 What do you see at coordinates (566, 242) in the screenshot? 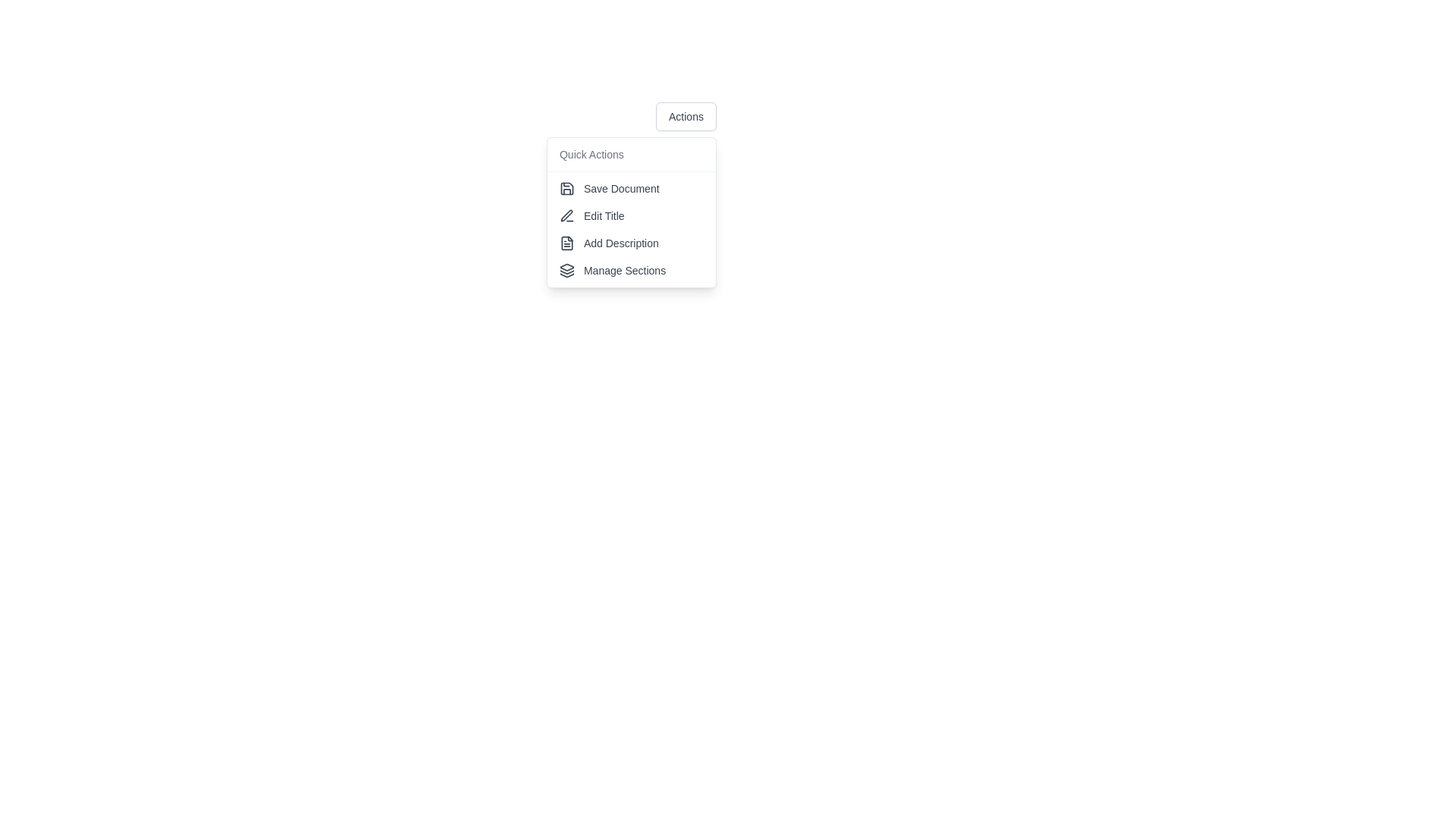
I see `the small minimalistic document icon located to the left of the 'Add Description' text label in the dropdown menu` at bounding box center [566, 242].